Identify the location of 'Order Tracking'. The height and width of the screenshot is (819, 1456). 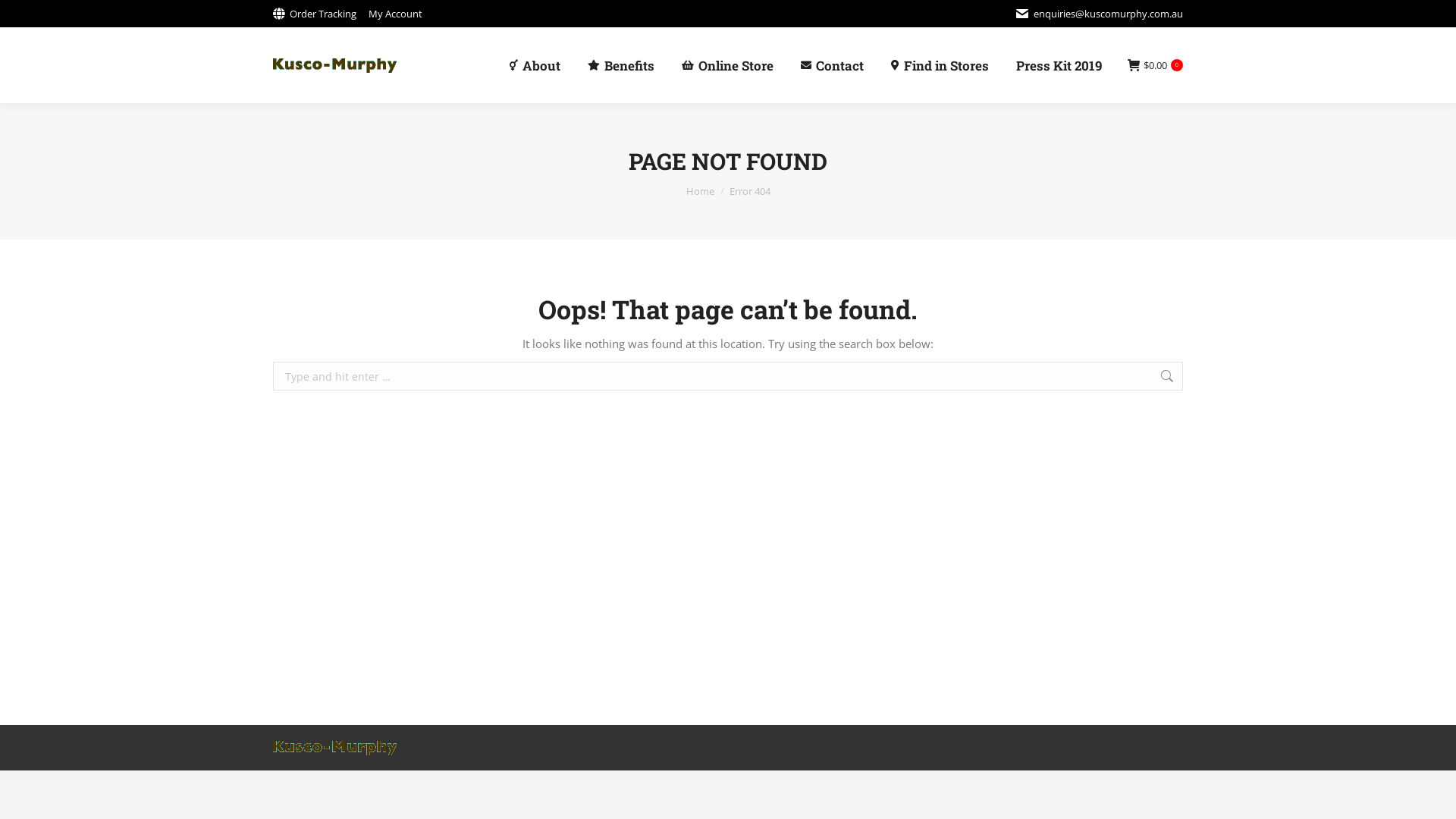
(313, 13).